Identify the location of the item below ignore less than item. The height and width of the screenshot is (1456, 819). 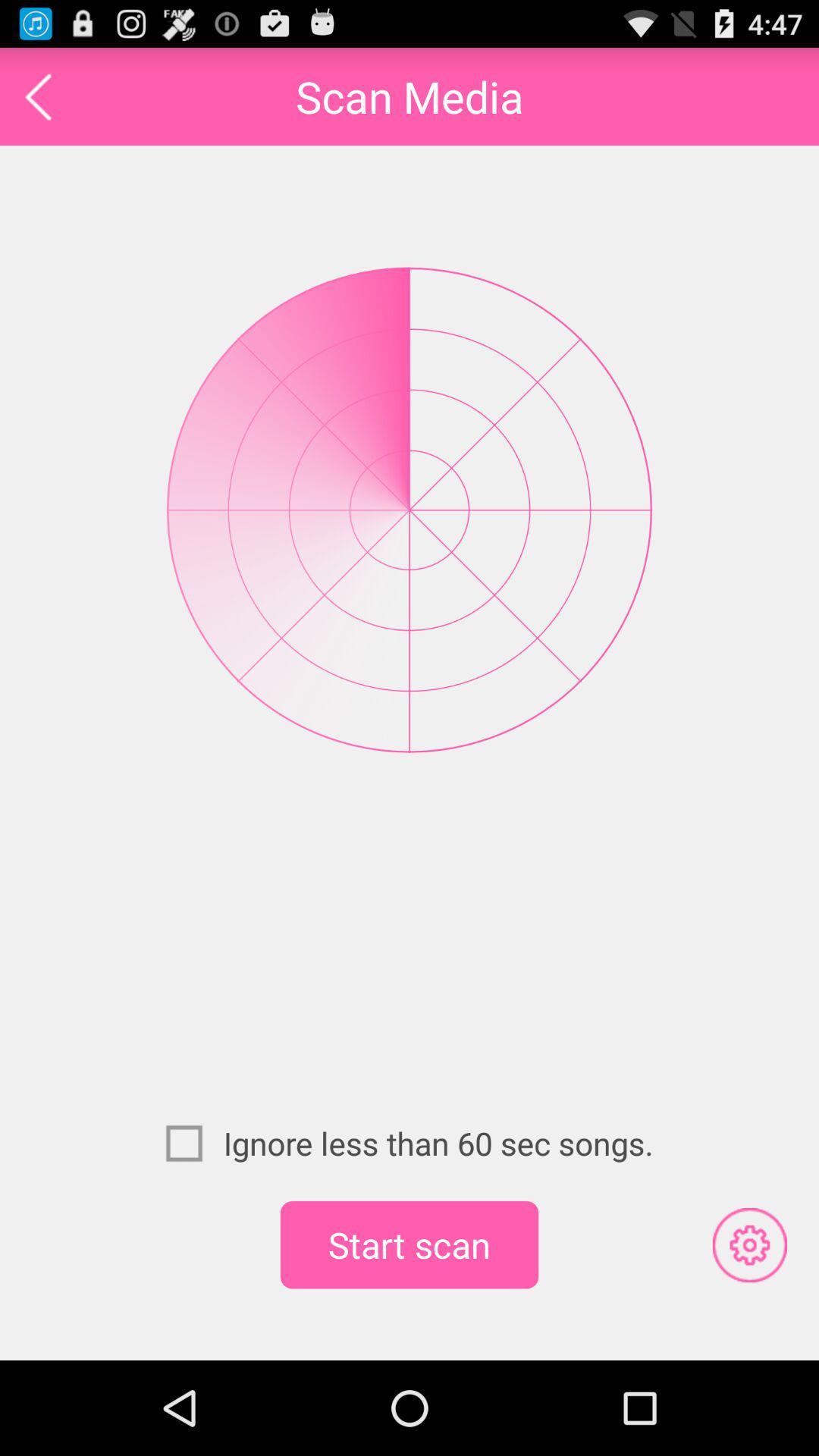
(409, 1244).